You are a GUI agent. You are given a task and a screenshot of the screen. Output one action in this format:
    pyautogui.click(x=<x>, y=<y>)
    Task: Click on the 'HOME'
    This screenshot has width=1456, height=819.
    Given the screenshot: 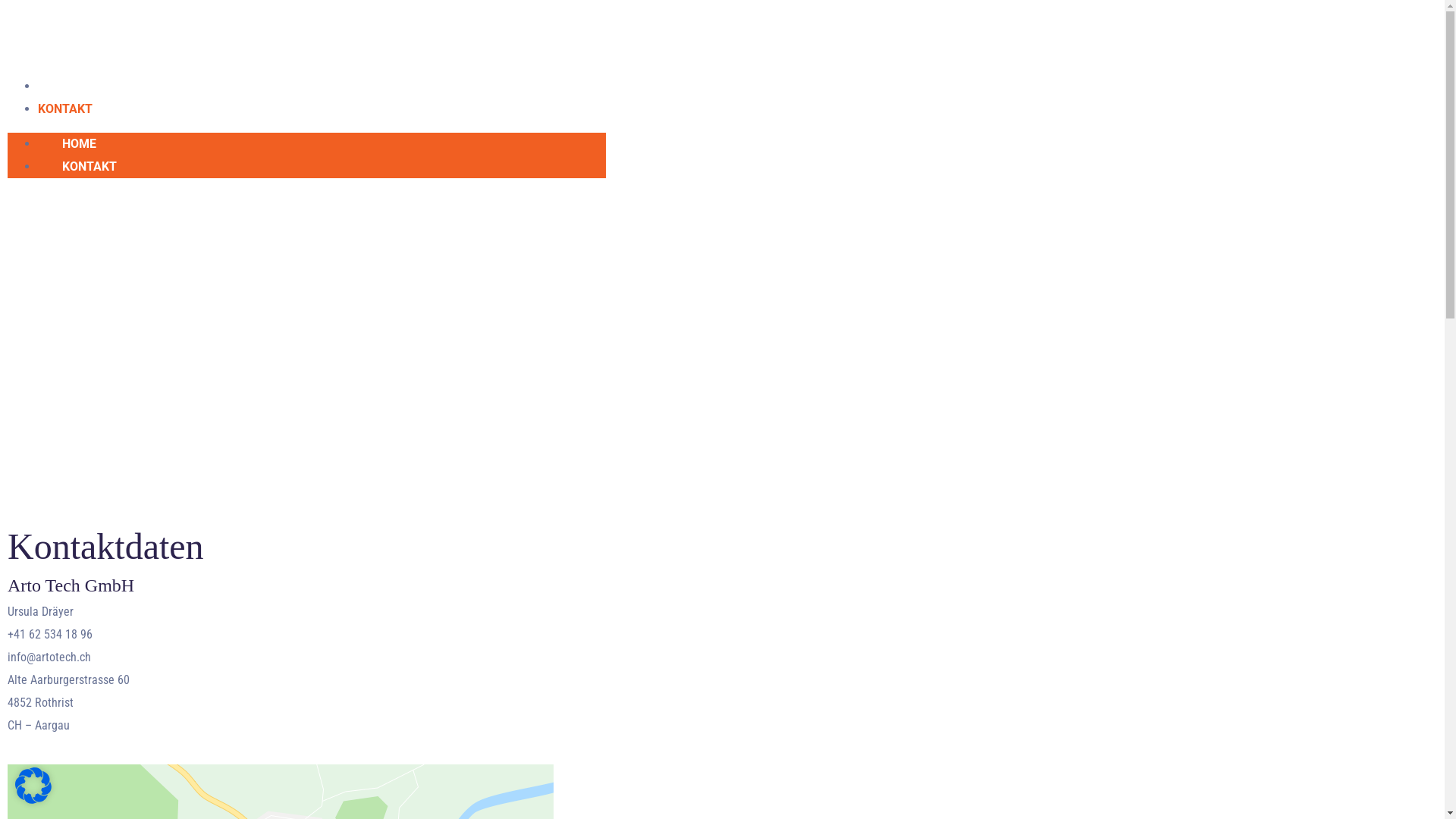 What is the action you would take?
    pyautogui.click(x=55, y=86)
    